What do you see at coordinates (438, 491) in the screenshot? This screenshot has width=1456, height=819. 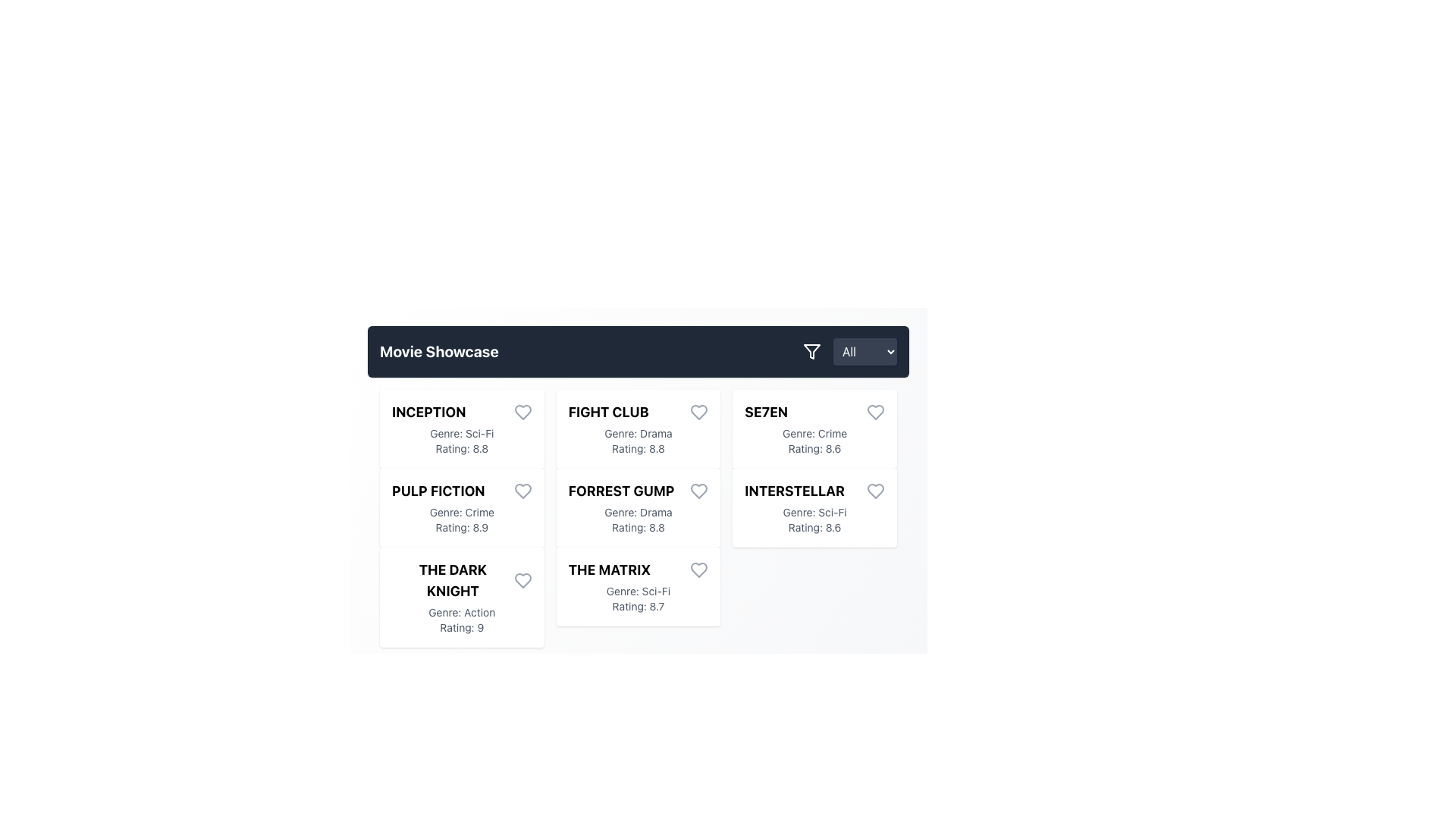 I see `the text label displaying the title of the movie 'Pulp Fiction', located in the second row, first column of the grid layout` at bounding box center [438, 491].